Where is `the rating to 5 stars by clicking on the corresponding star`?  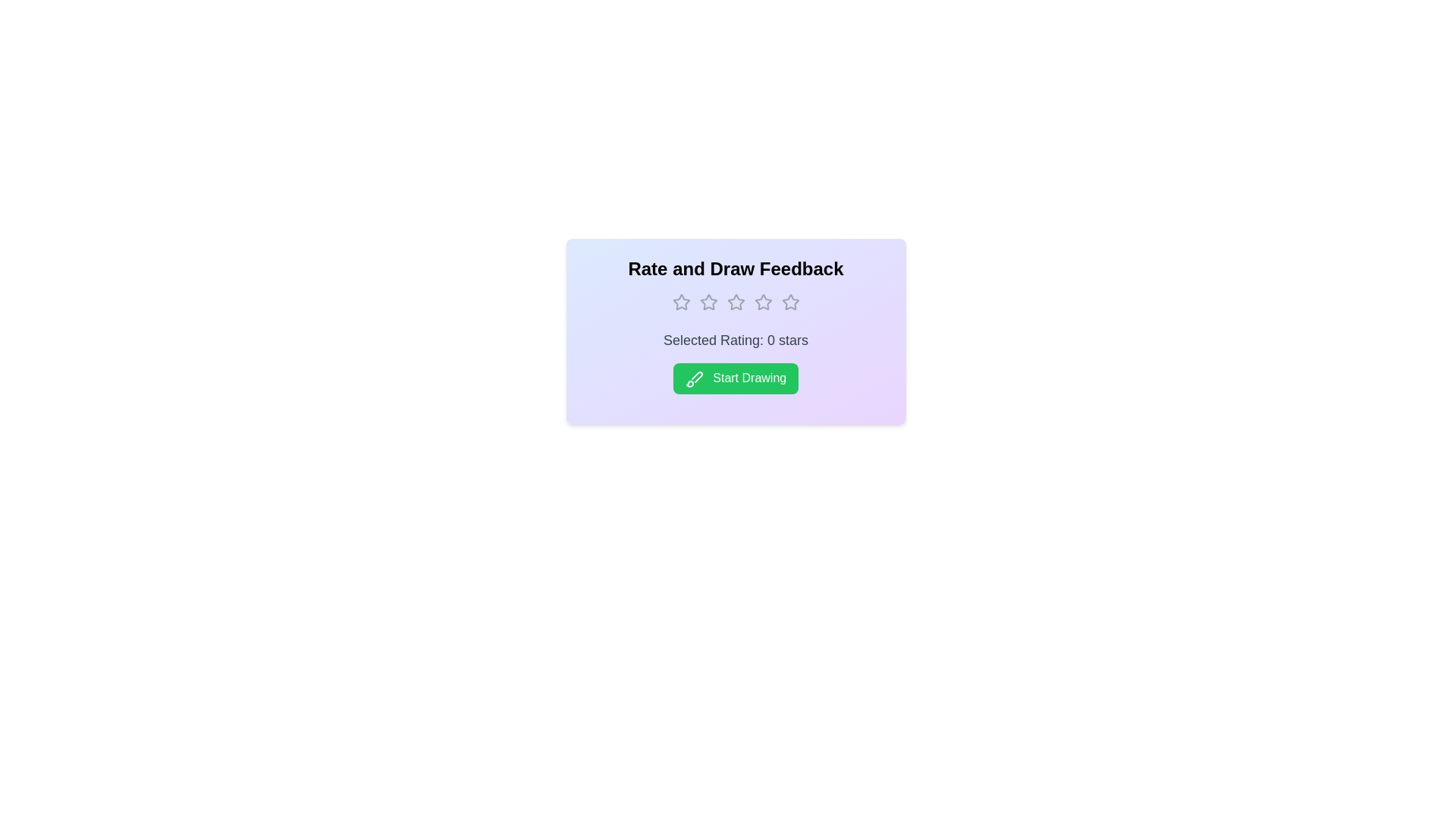
the rating to 5 stars by clicking on the corresponding star is located at coordinates (789, 302).